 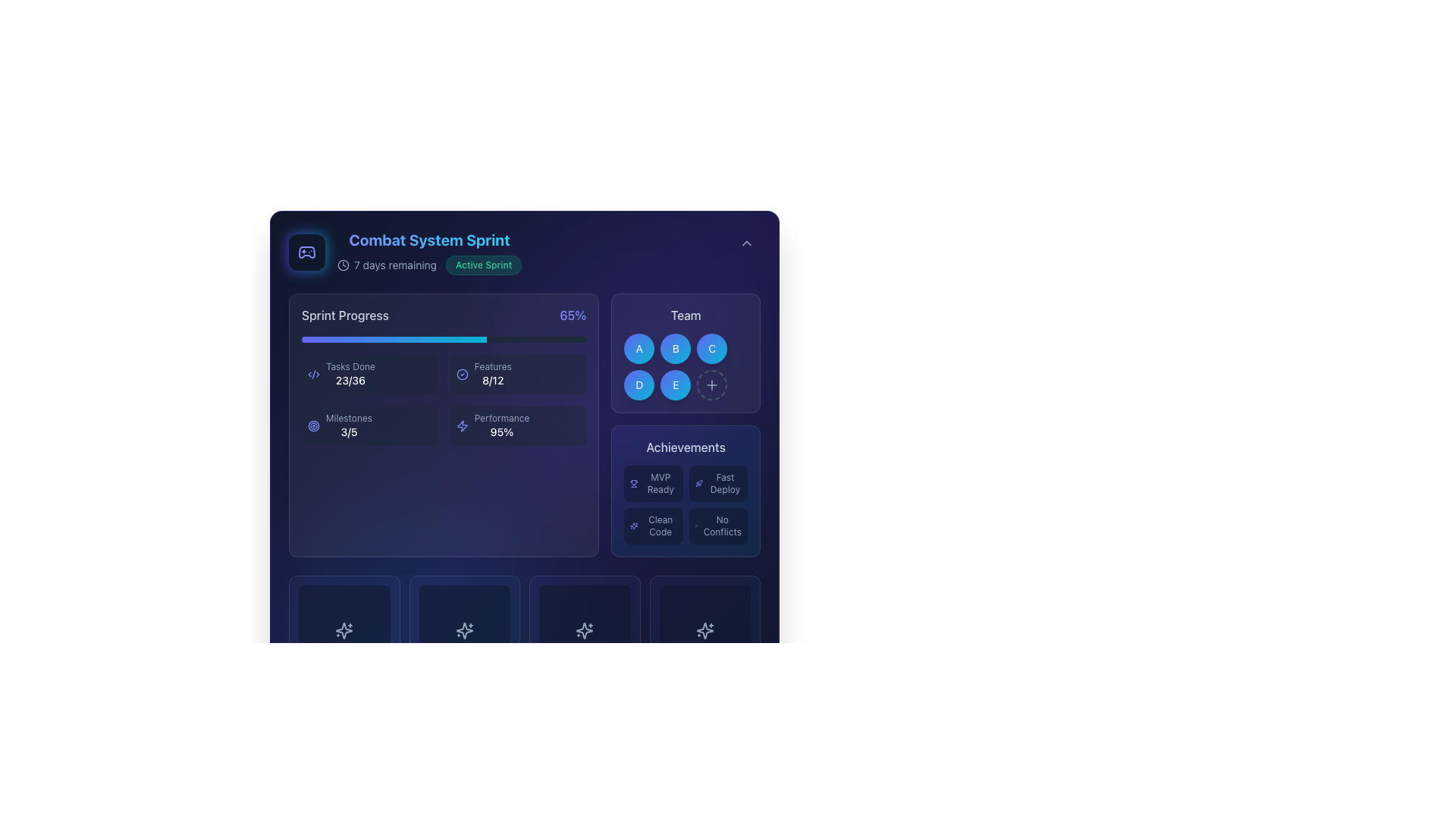 What do you see at coordinates (584, 631) in the screenshot?
I see `the decorative star-like graphical icon located in the second column of the bottom row in the grid layout` at bounding box center [584, 631].